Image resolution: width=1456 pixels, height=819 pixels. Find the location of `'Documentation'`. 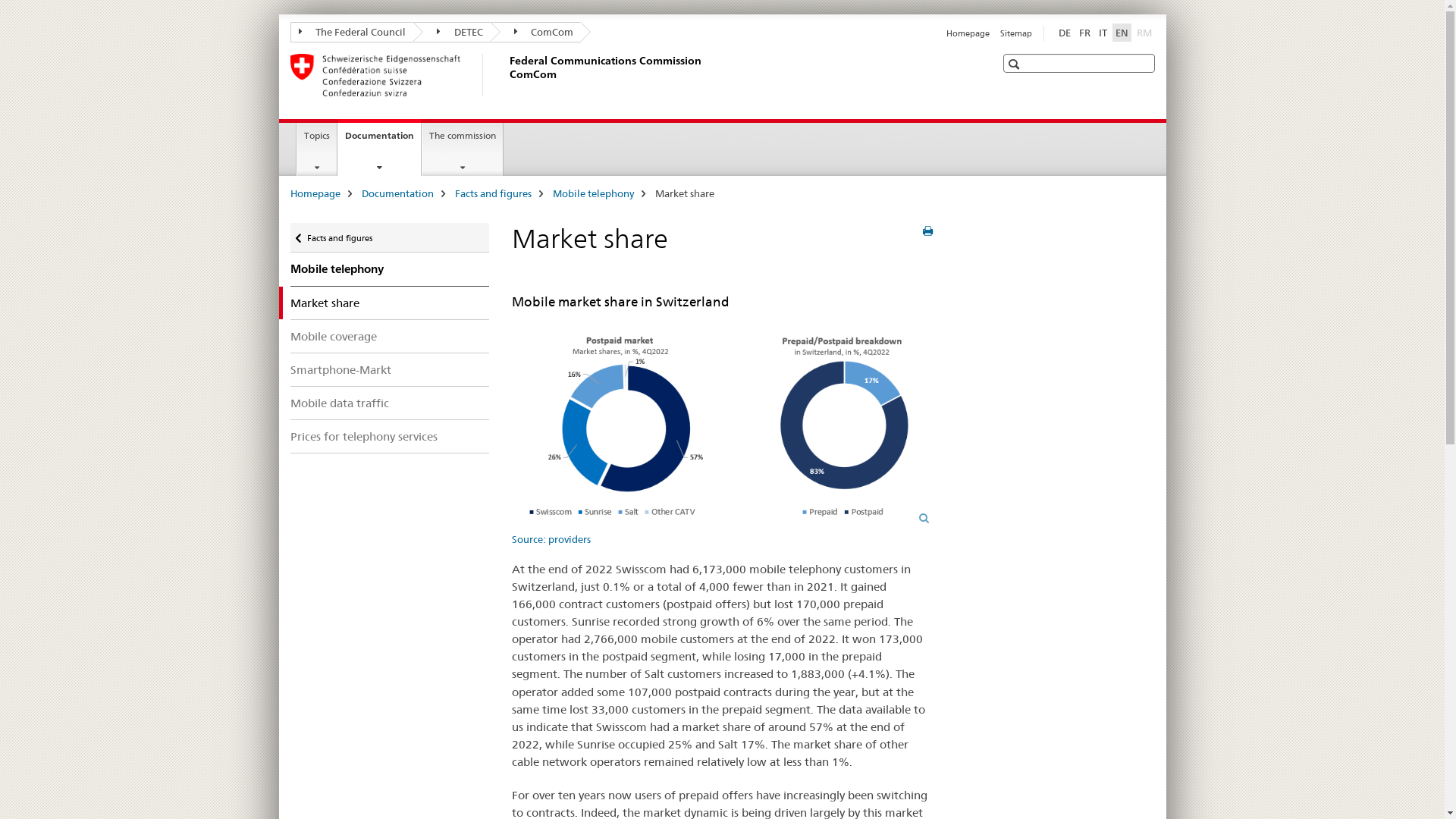

'Documentation' is located at coordinates (397, 192).